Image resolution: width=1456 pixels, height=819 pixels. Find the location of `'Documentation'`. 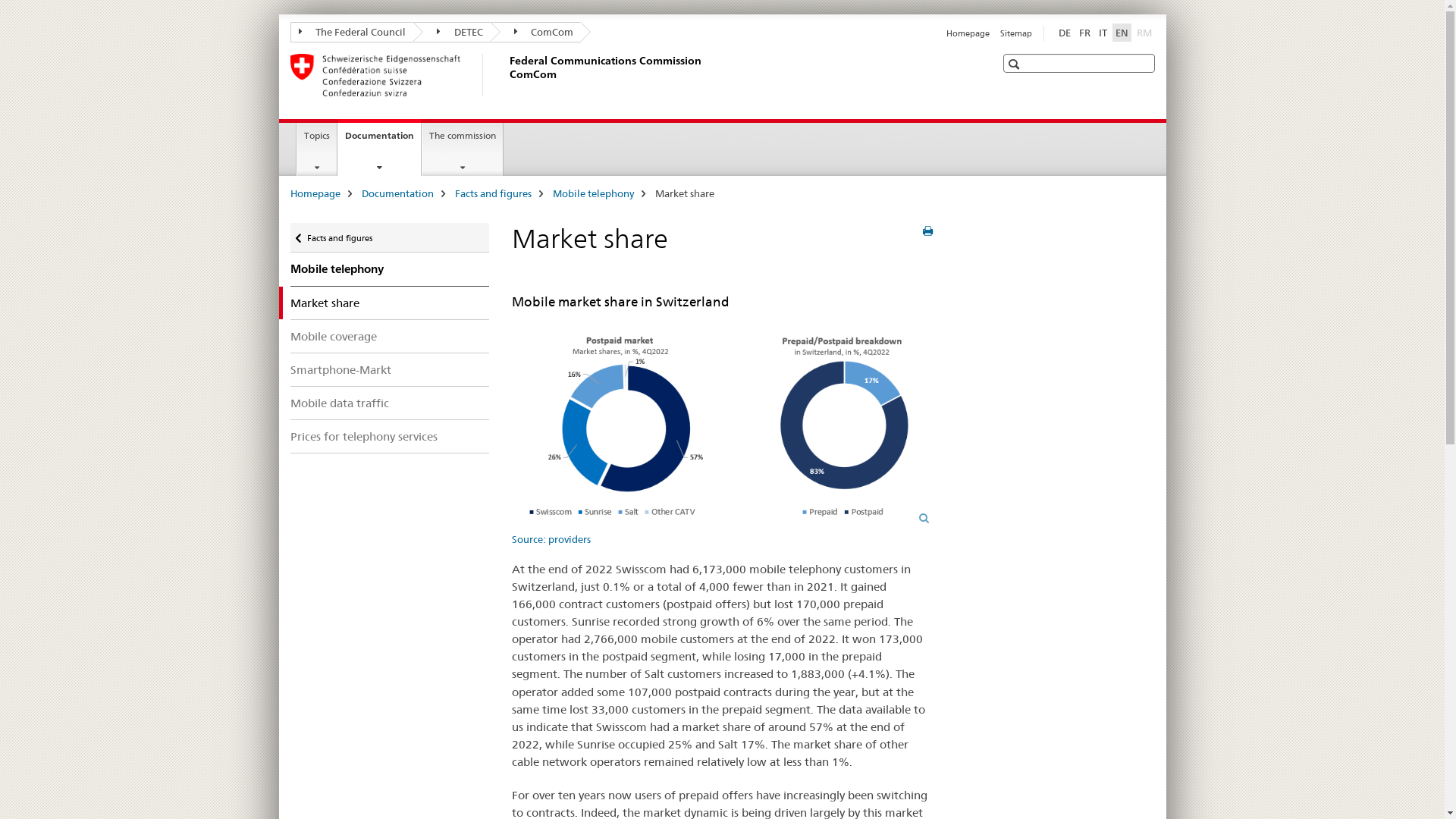

'Documentation' is located at coordinates (397, 192).